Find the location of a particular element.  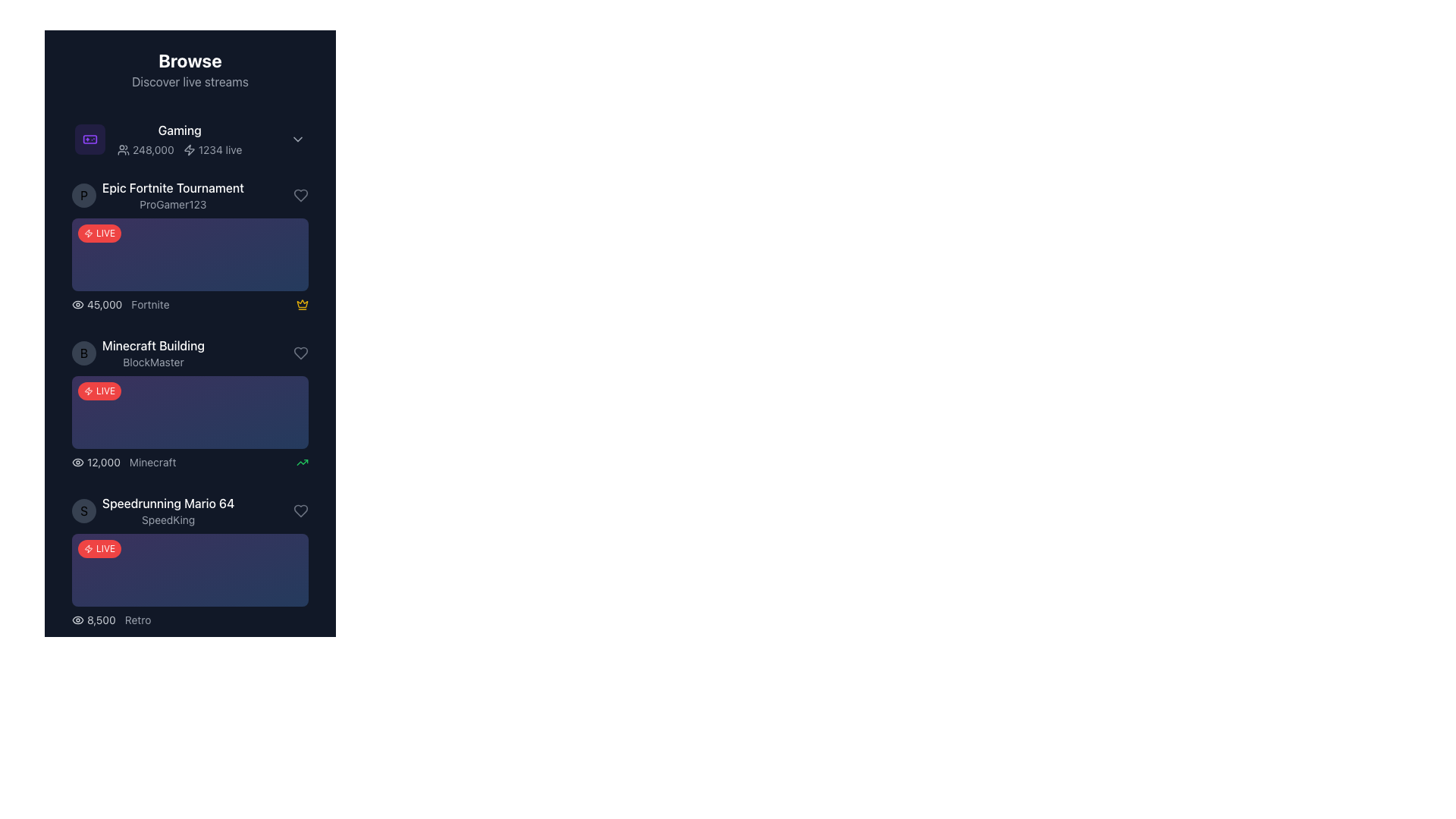

the chevron icon in the top-right corner of the 'Gaming' section is located at coordinates (298, 140).